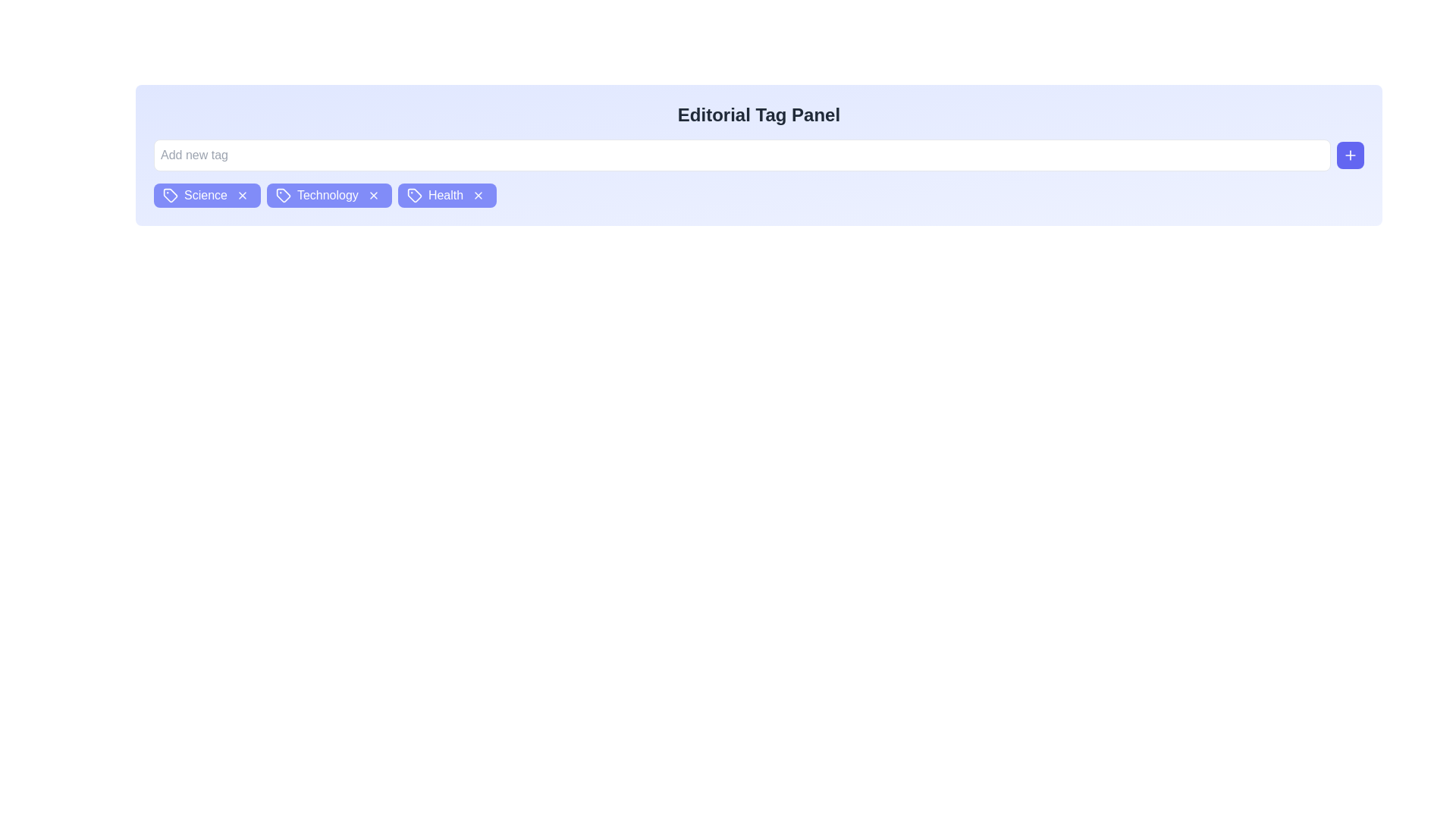 The image size is (1456, 819). What do you see at coordinates (445, 195) in the screenshot?
I see `the third tag` at bounding box center [445, 195].